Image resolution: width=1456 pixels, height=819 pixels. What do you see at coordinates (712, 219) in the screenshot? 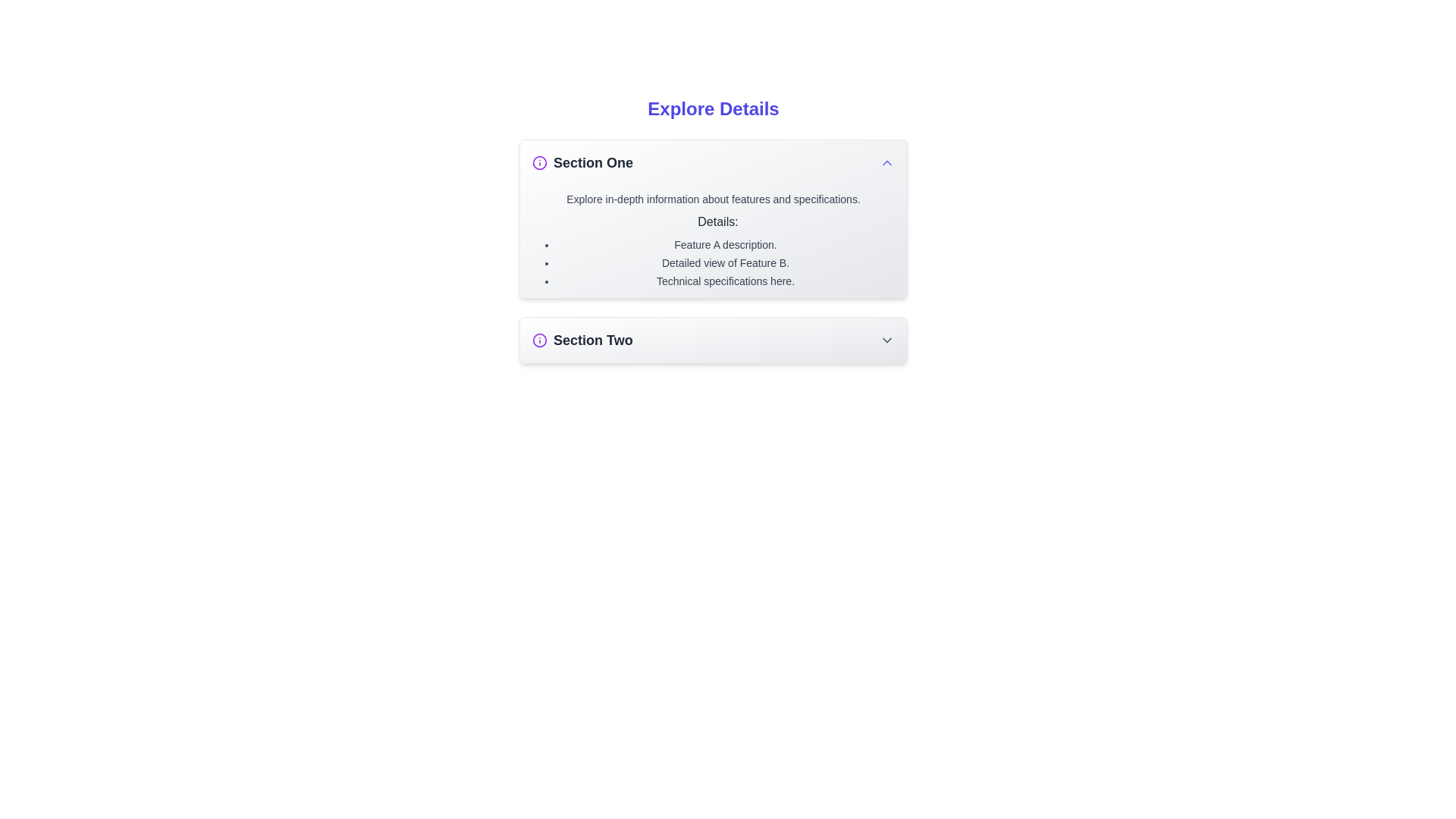
I see `the collapsible section titled 'Section One', which is visually distinct with a gradient background and rounded corners, located centrally below the heading 'Explore Details'` at bounding box center [712, 219].